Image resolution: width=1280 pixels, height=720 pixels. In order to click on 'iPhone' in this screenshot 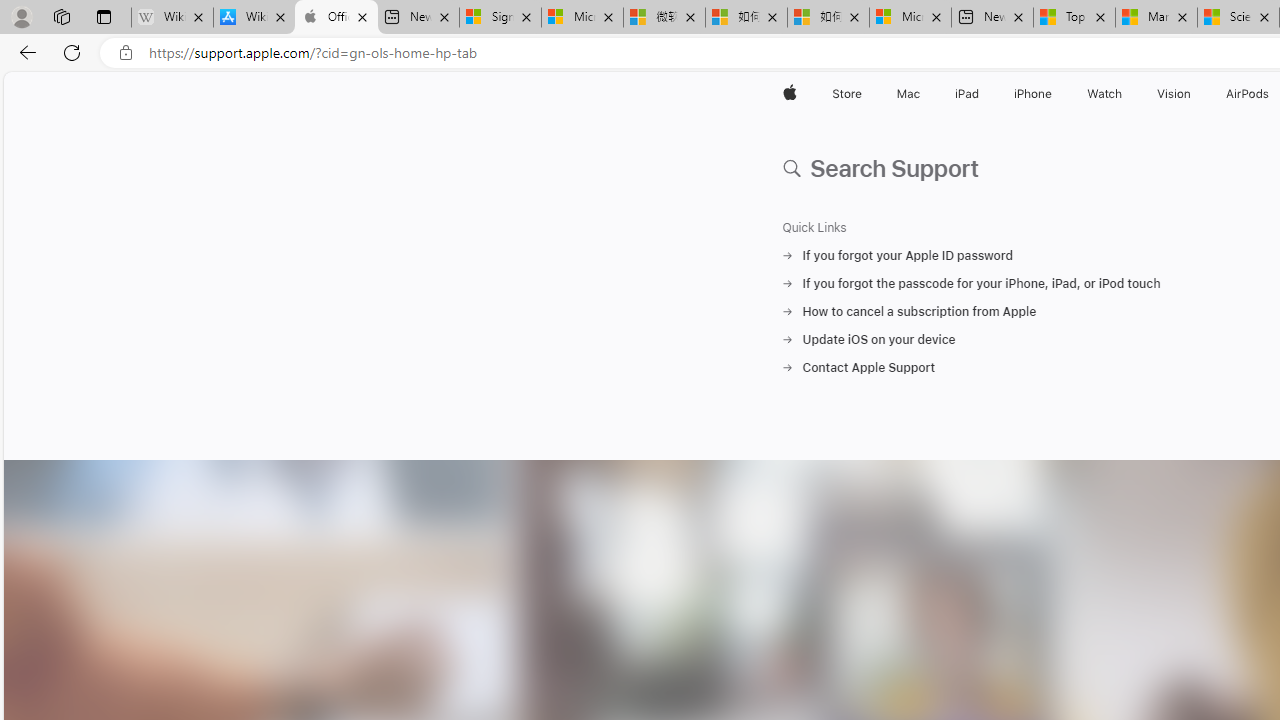, I will do `click(1033, 93)`.